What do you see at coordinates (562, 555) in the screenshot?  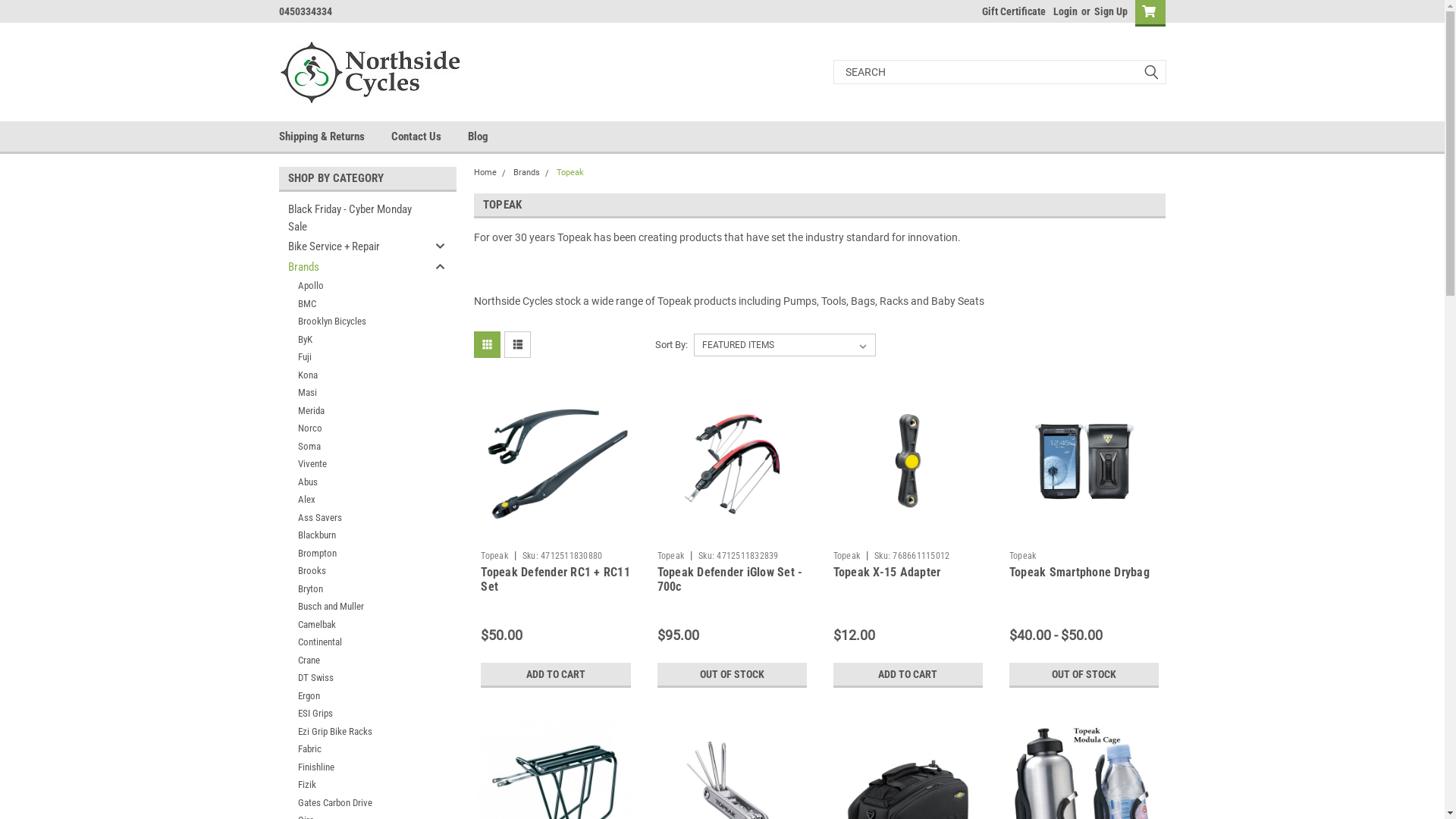 I see `'Sku: 4712511830880'` at bounding box center [562, 555].